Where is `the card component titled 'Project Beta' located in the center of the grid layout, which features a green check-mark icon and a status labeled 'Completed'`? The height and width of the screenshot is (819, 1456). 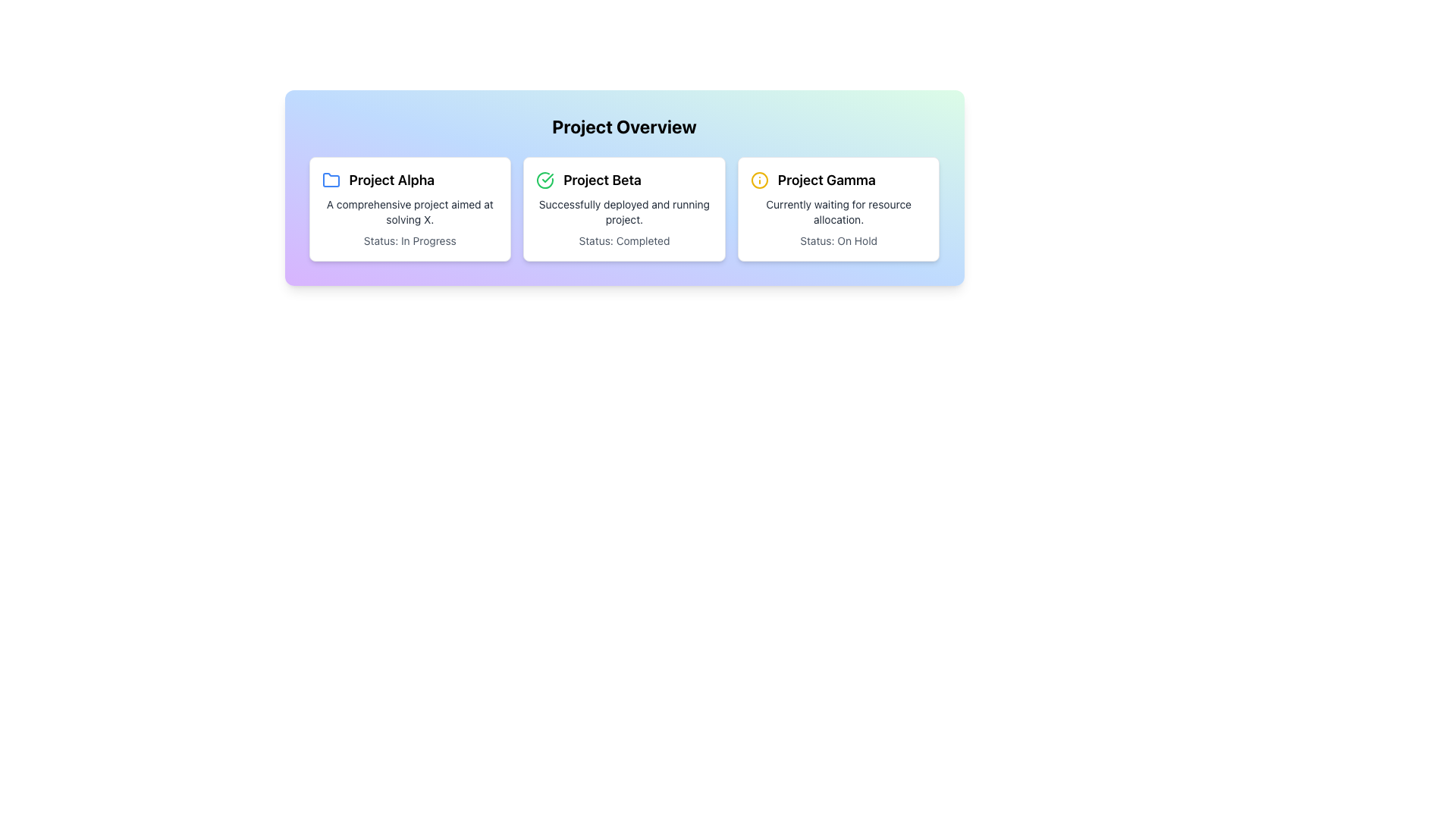
the card component titled 'Project Beta' located in the center of the grid layout, which features a green check-mark icon and a status labeled 'Completed' is located at coordinates (624, 187).